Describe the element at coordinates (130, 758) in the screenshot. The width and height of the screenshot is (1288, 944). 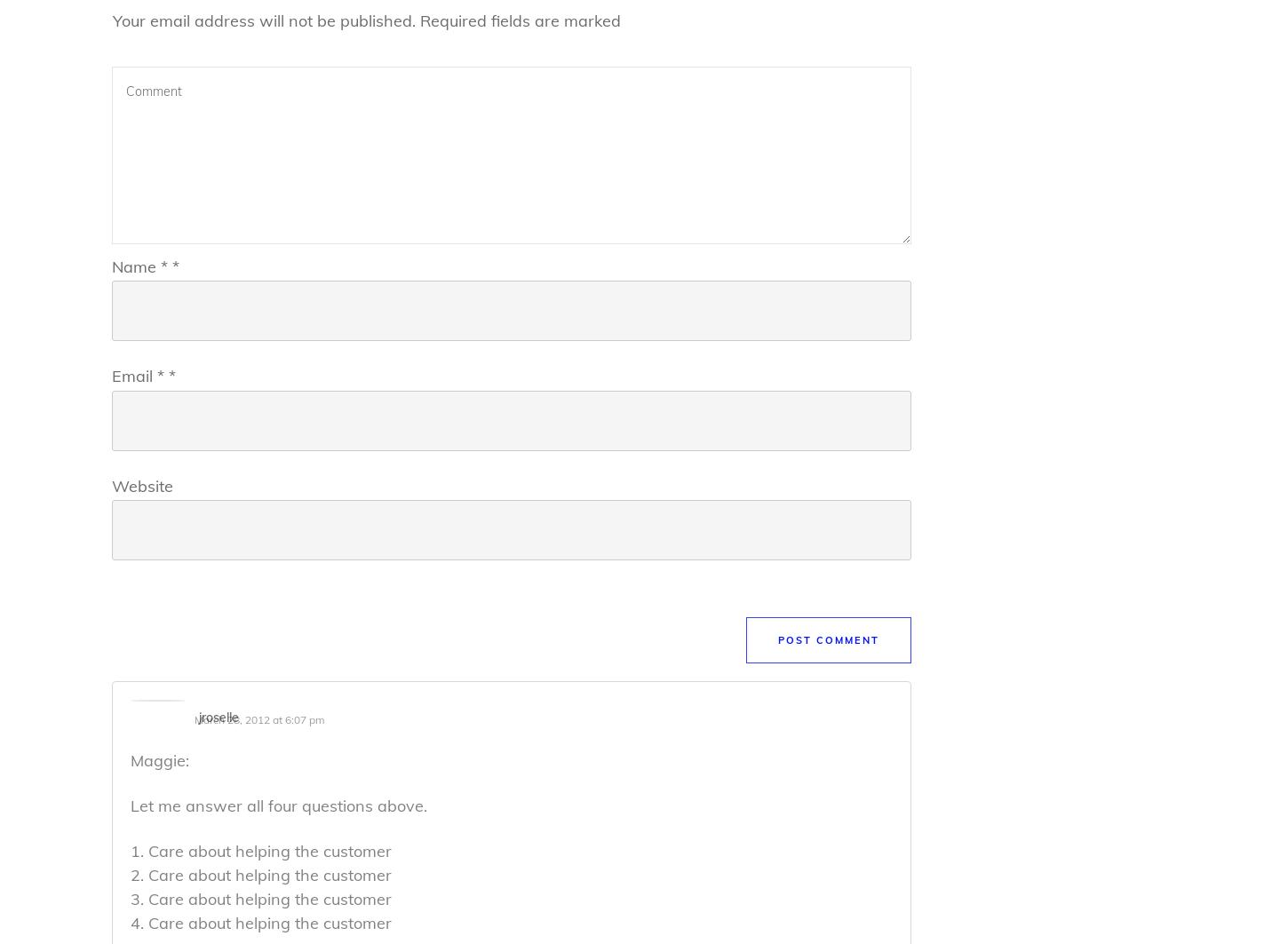
I see `'Maggie:'` at that location.